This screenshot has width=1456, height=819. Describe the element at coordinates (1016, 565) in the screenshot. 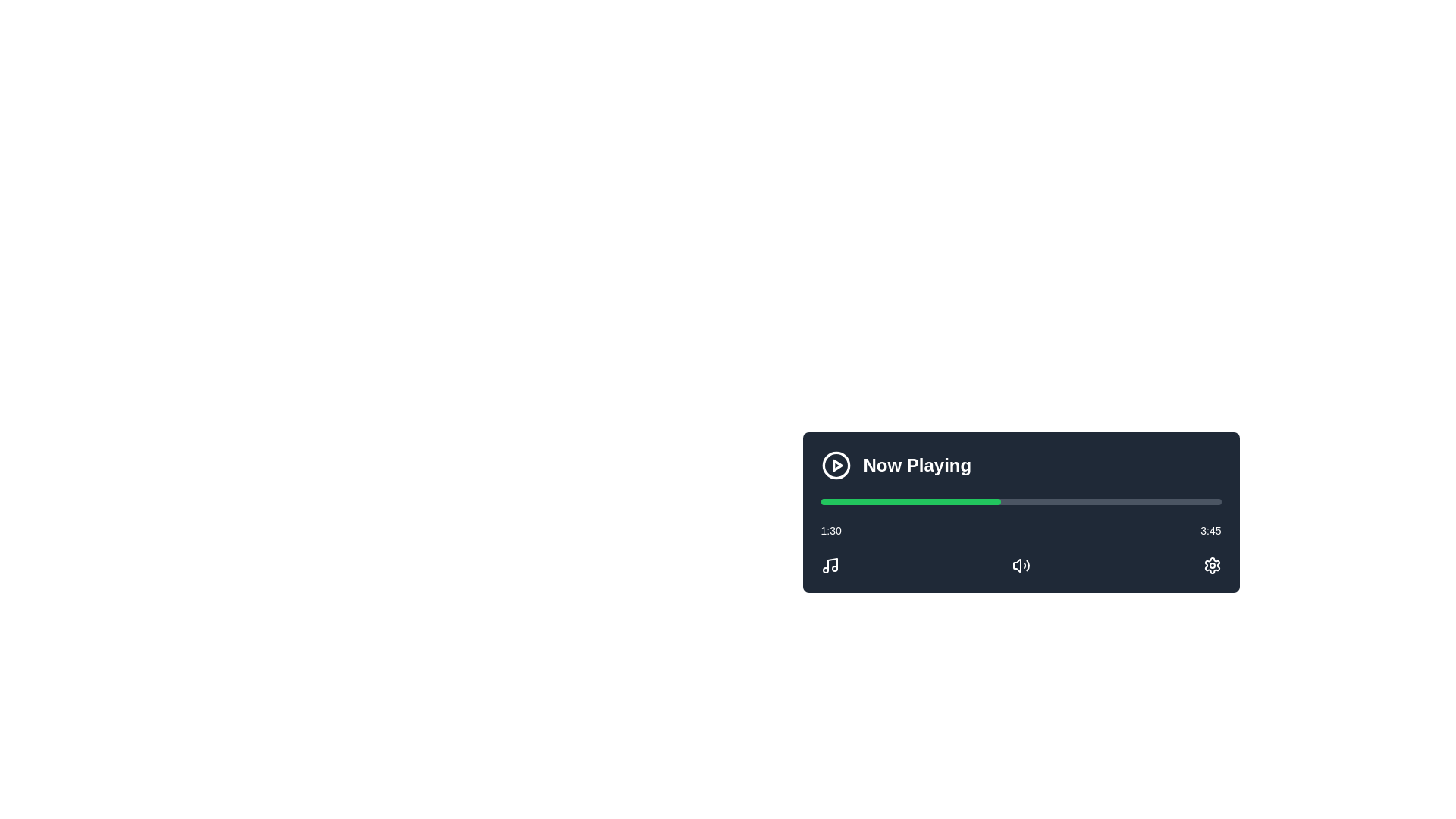

I see `the leftmost speaker icon in the volume control interface` at that location.